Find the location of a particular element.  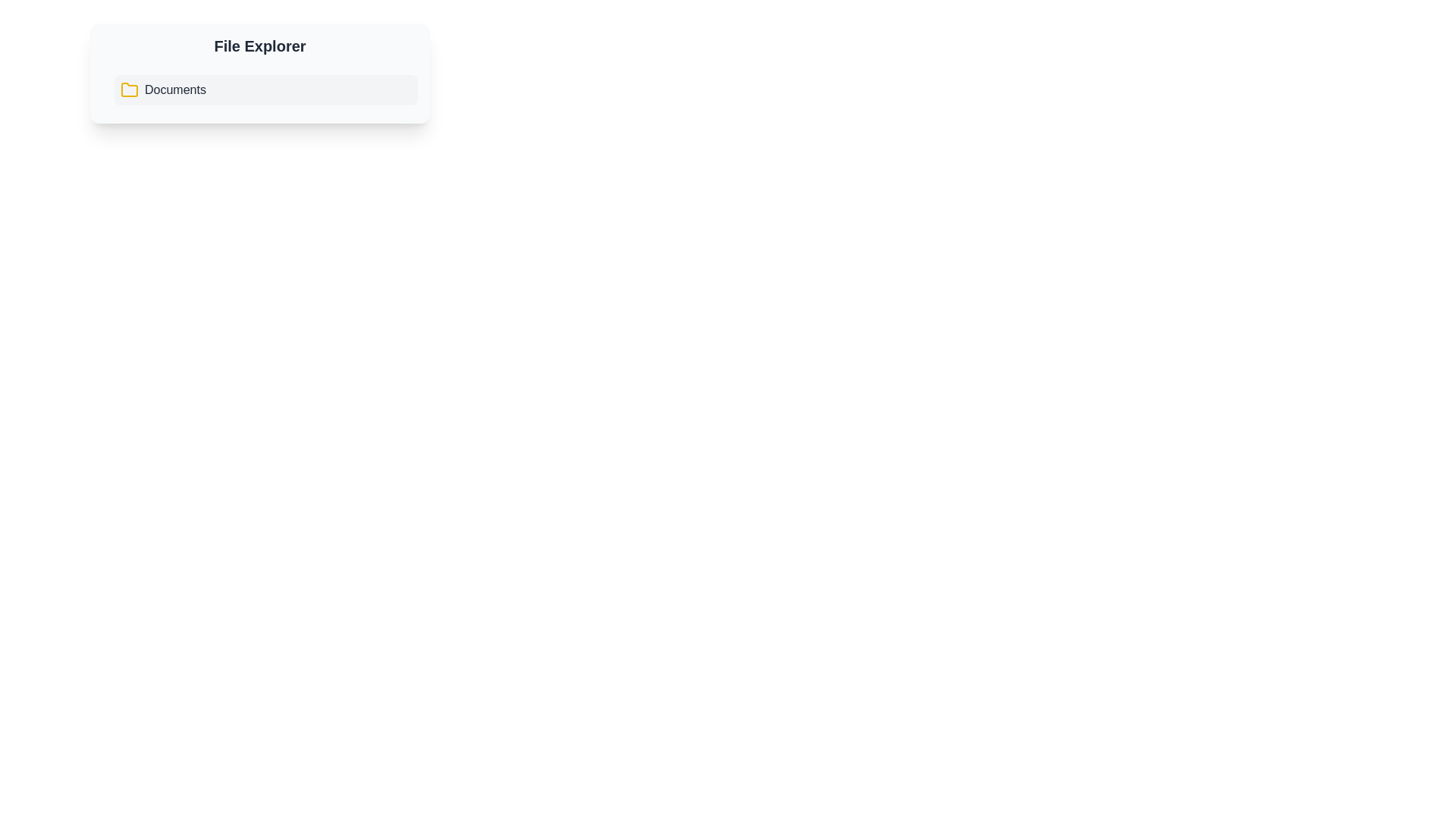

the bright yellow folder icon located to the left of the text labeled 'Documents' is located at coordinates (130, 90).